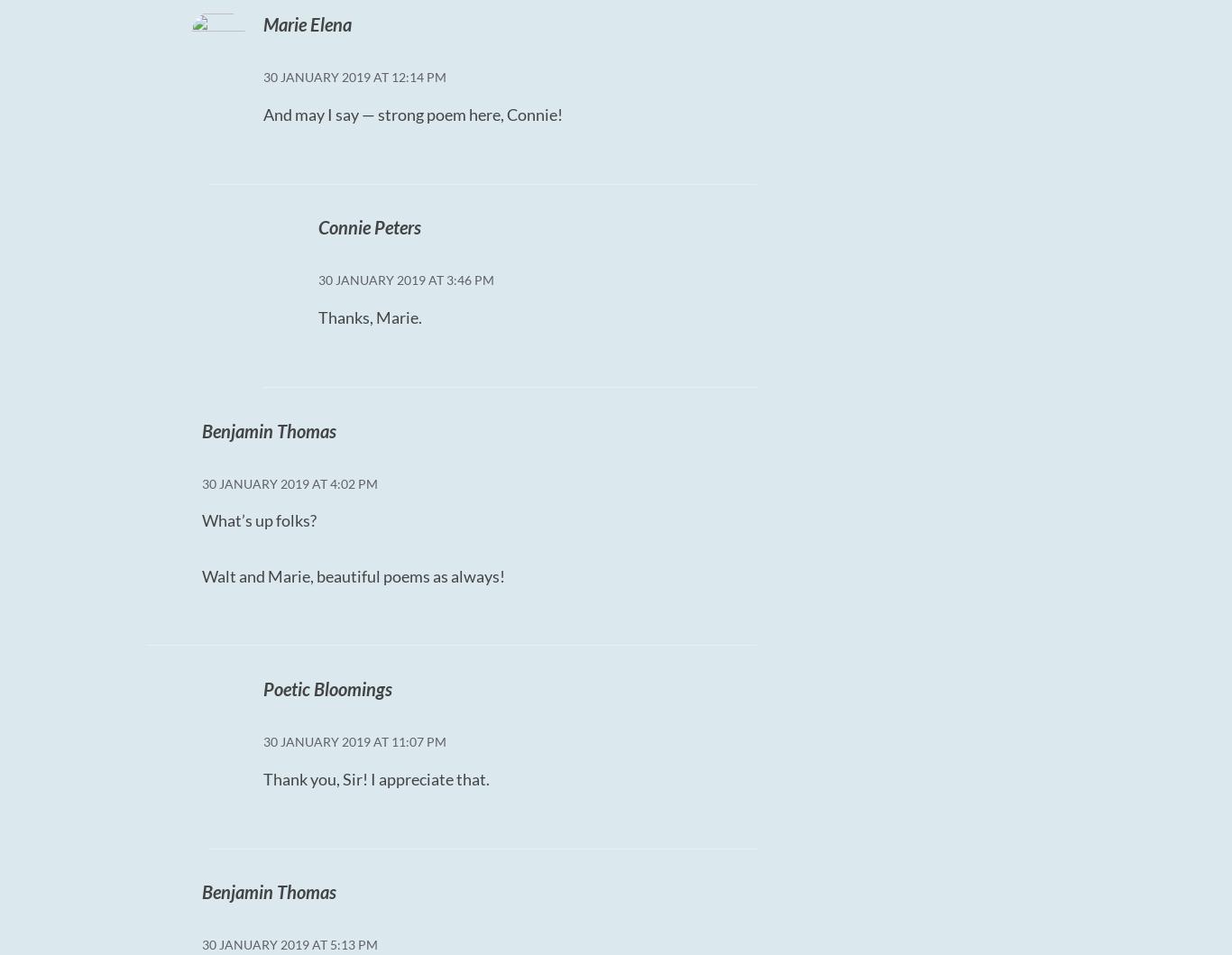 This screenshot has height=955, width=1232. I want to click on '30 January 2019 at 4:02 PM', so click(201, 482).